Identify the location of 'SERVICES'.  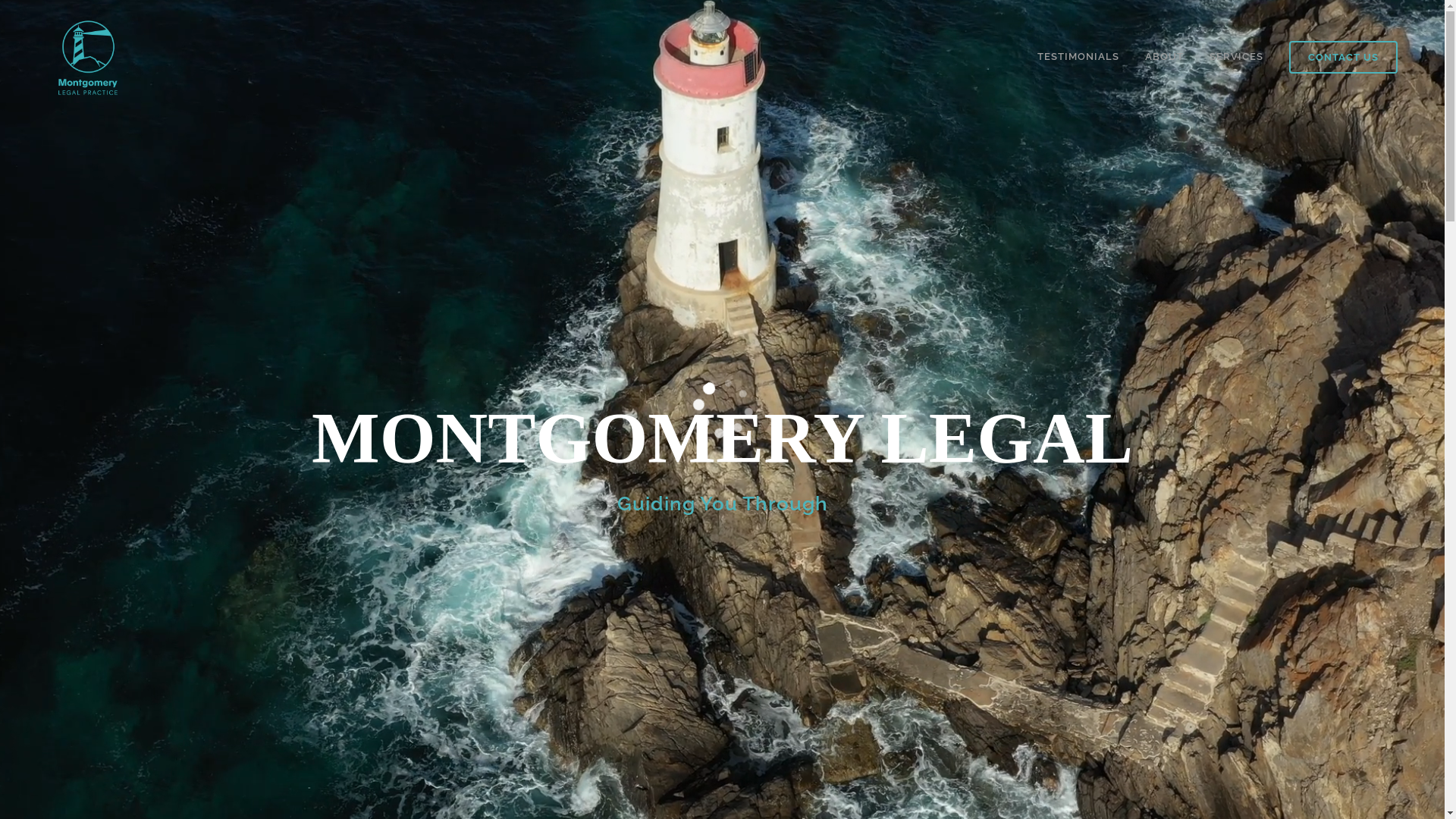
(1236, 55).